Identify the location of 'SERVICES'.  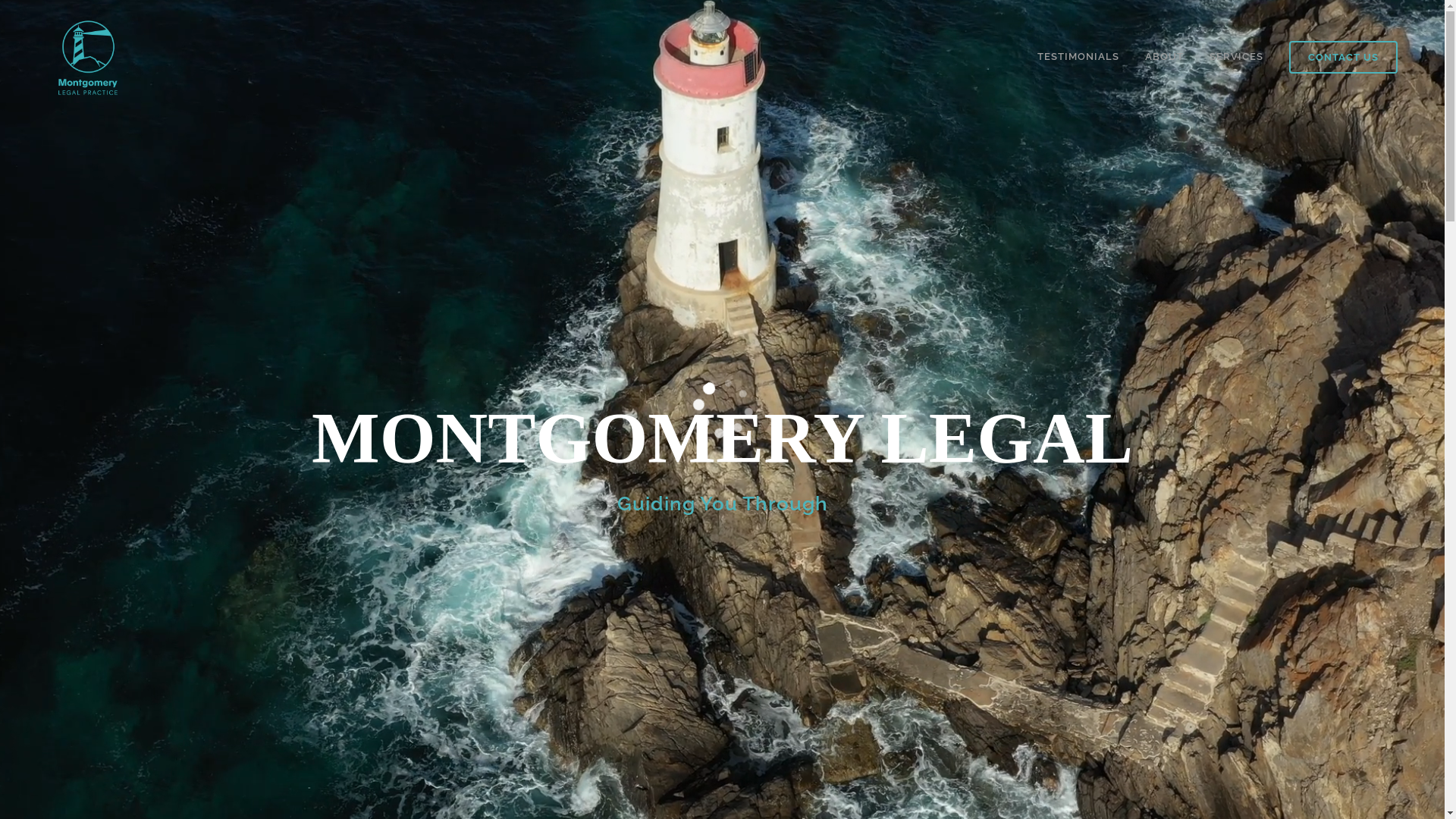
(1236, 55).